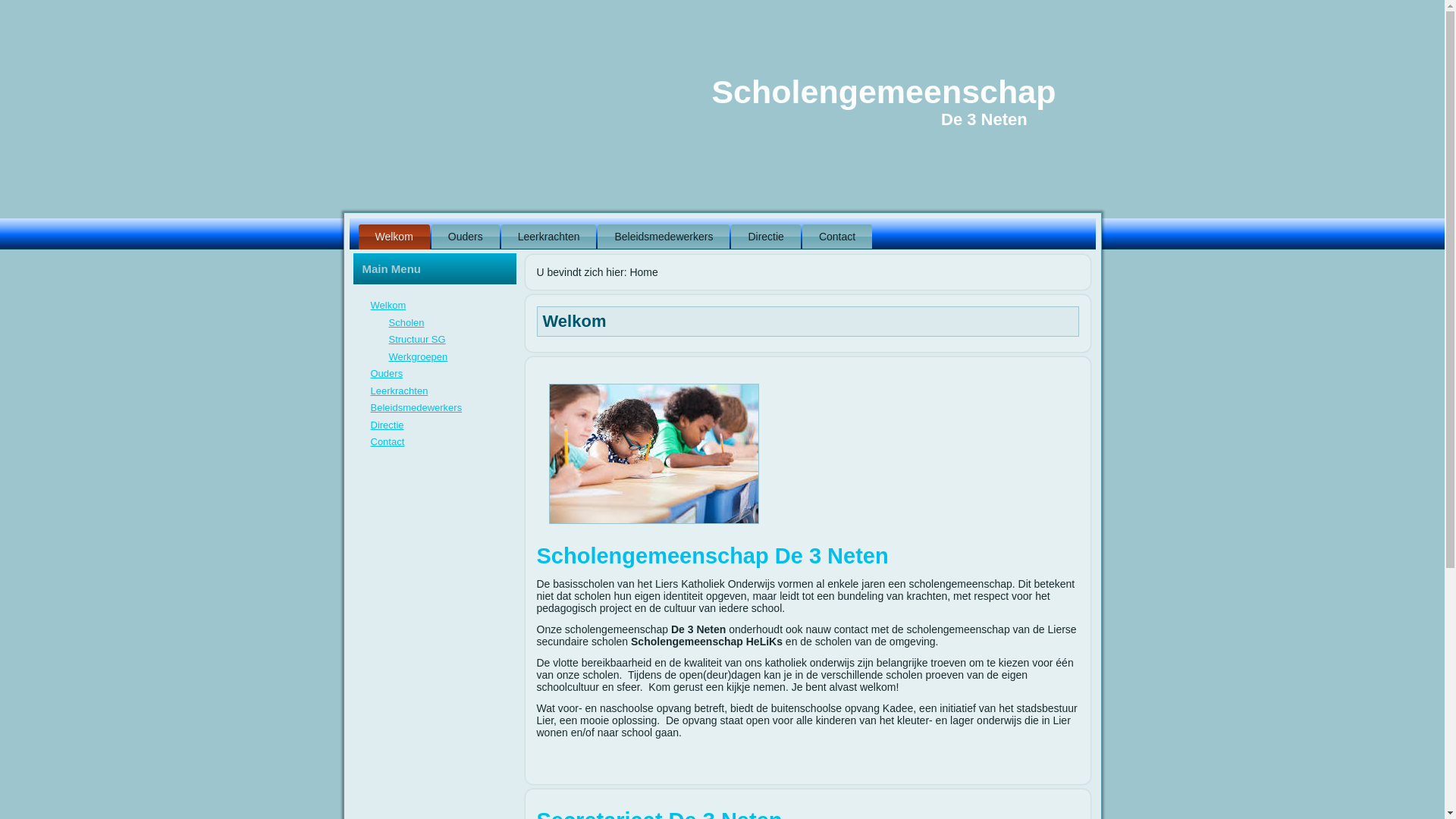  Describe the element at coordinates (416, 338) in the screenshot. I see `'Structuur SG'` at that location.